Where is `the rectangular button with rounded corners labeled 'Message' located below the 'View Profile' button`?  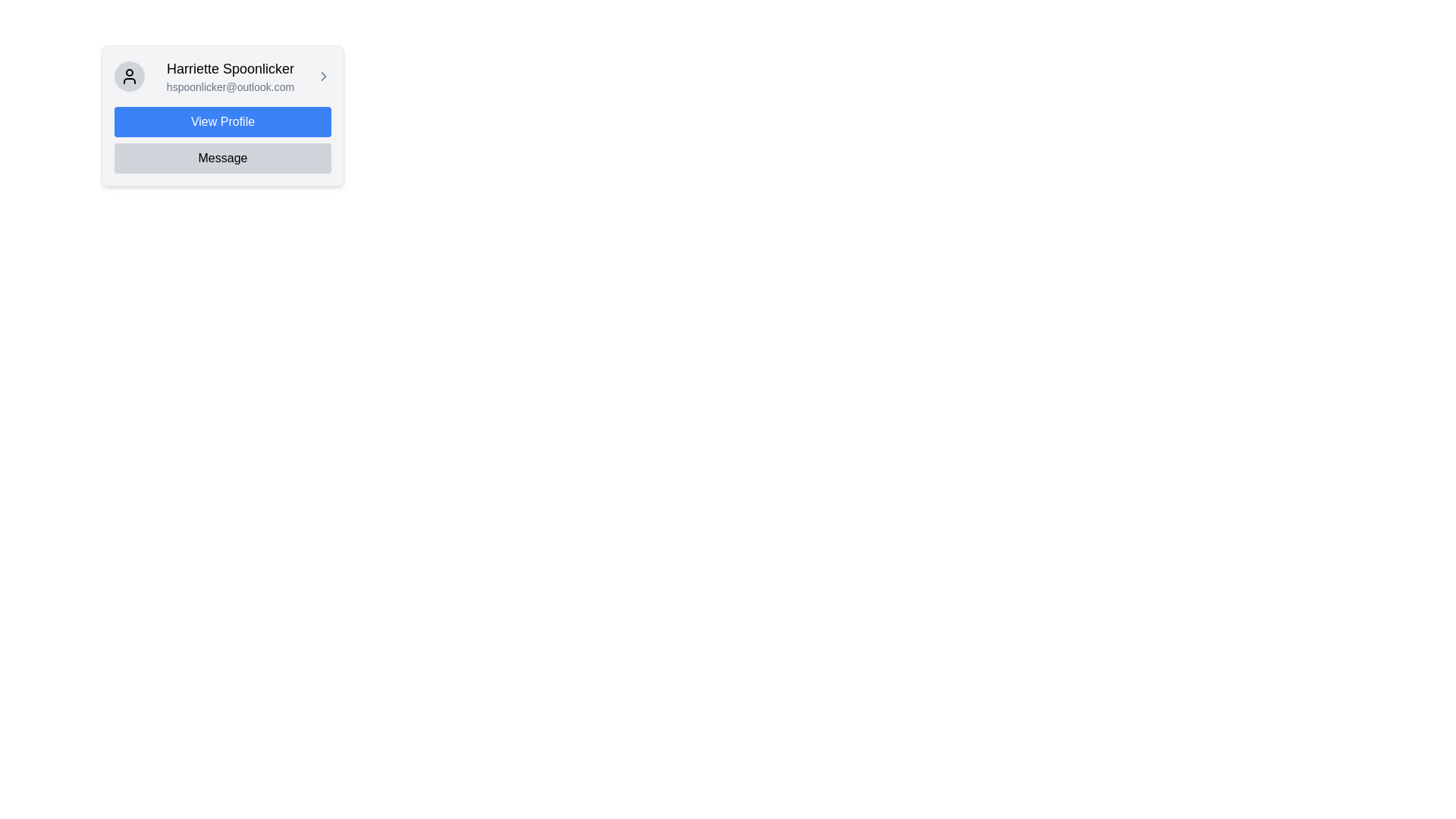 the rectangular button with rounded corners labeled 'Message' located below the 'View Profile' button is located at coordinates (221, 158).